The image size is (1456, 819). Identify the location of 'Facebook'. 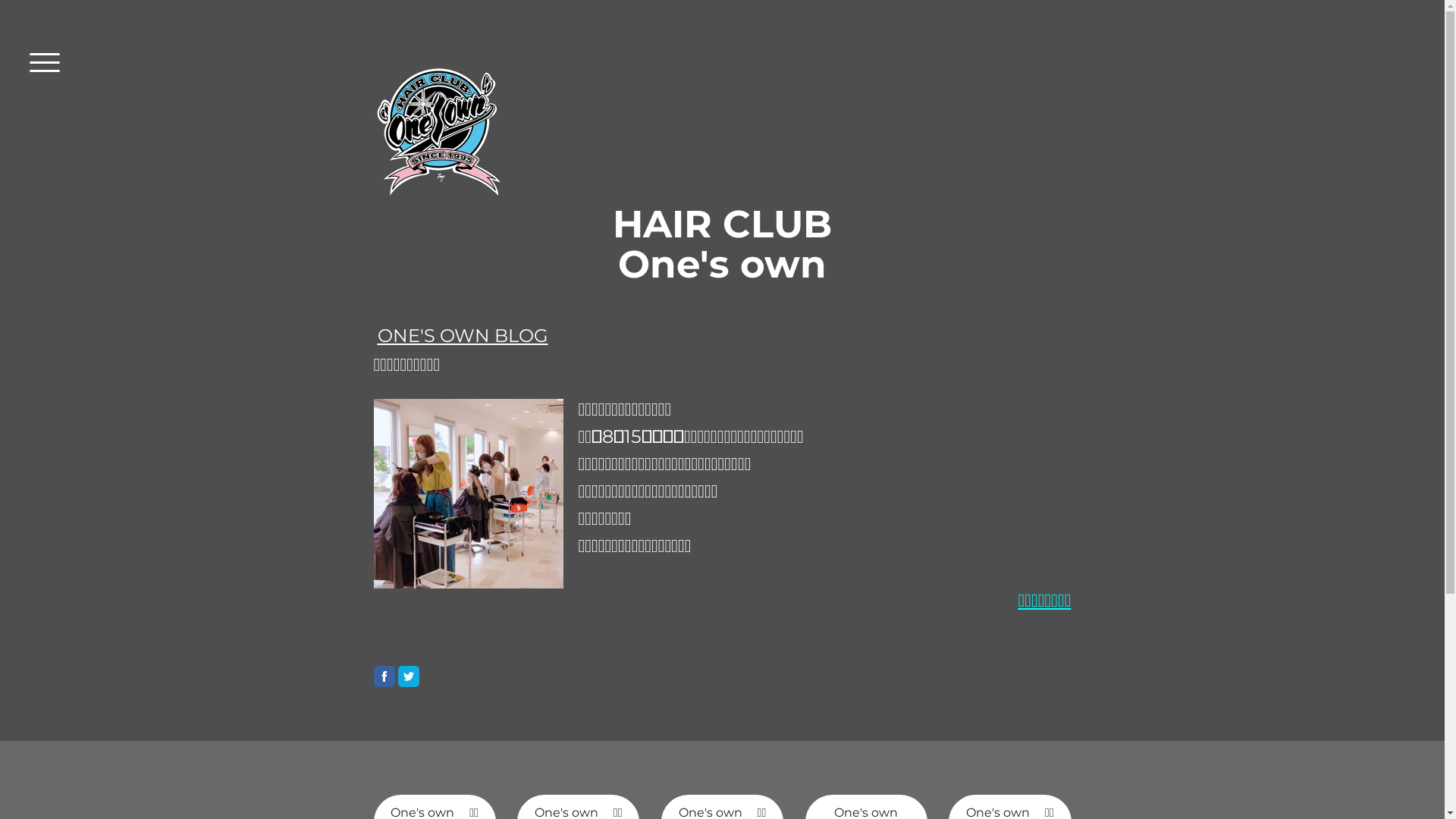
(383, 675).